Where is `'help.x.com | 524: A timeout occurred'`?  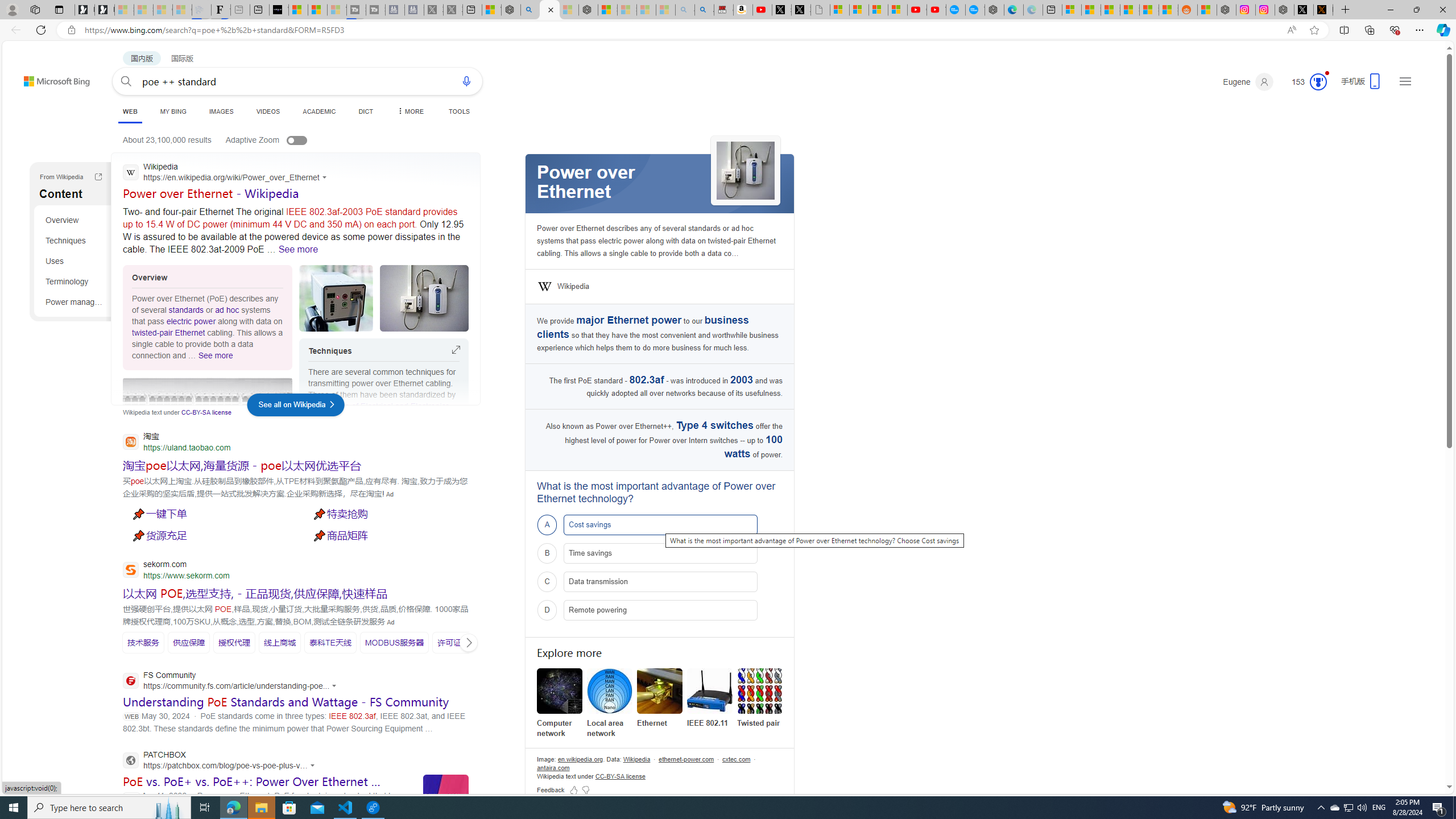
'help.x.com | 524: A timeout occurred' is located at coordinates (1323, 9).